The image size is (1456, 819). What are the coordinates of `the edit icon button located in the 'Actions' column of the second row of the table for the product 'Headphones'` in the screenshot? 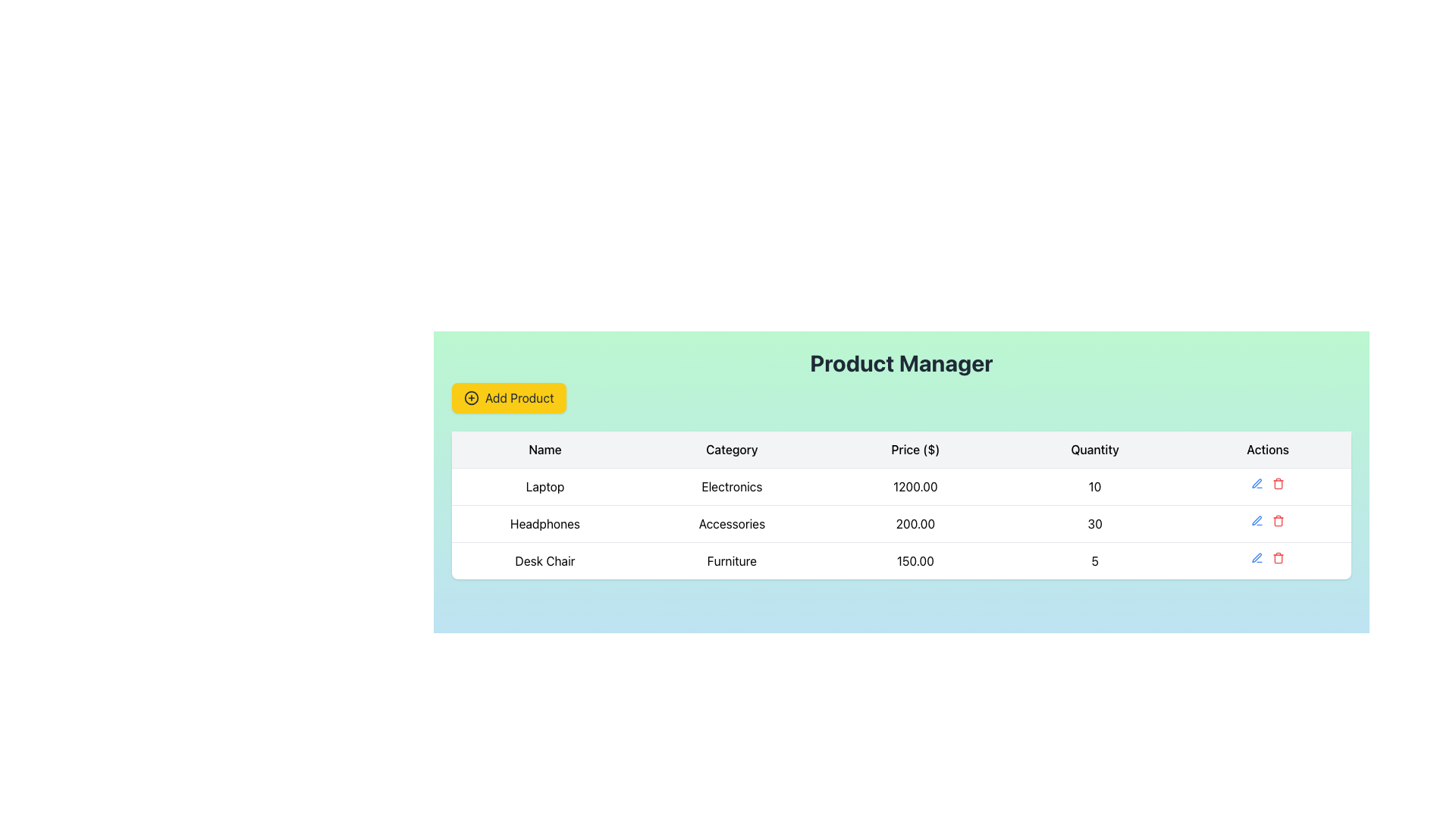 It's located at (1257, 519).